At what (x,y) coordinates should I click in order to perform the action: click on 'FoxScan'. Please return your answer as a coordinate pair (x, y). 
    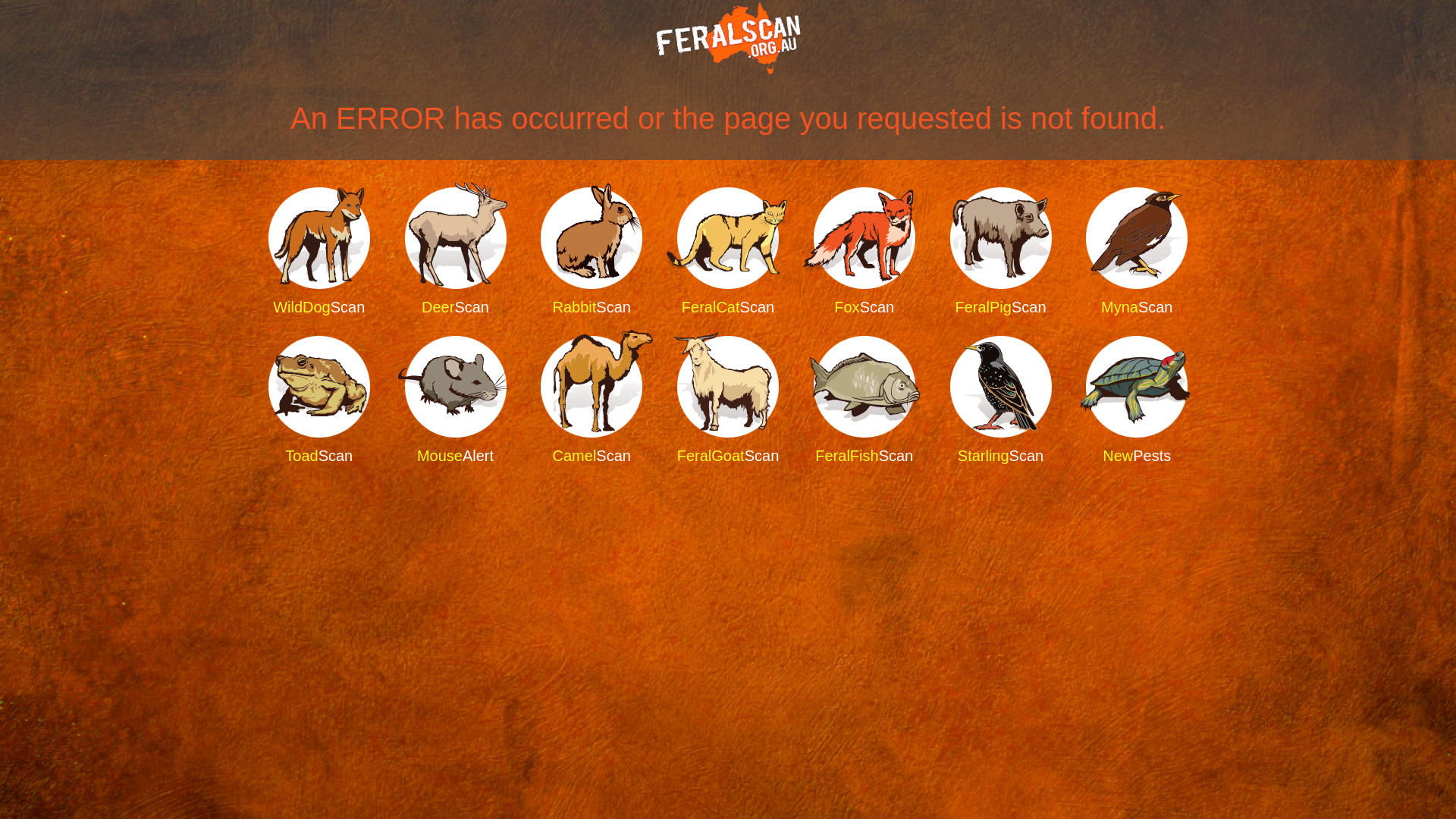
    Looking at the image, I should click on (796, 251).